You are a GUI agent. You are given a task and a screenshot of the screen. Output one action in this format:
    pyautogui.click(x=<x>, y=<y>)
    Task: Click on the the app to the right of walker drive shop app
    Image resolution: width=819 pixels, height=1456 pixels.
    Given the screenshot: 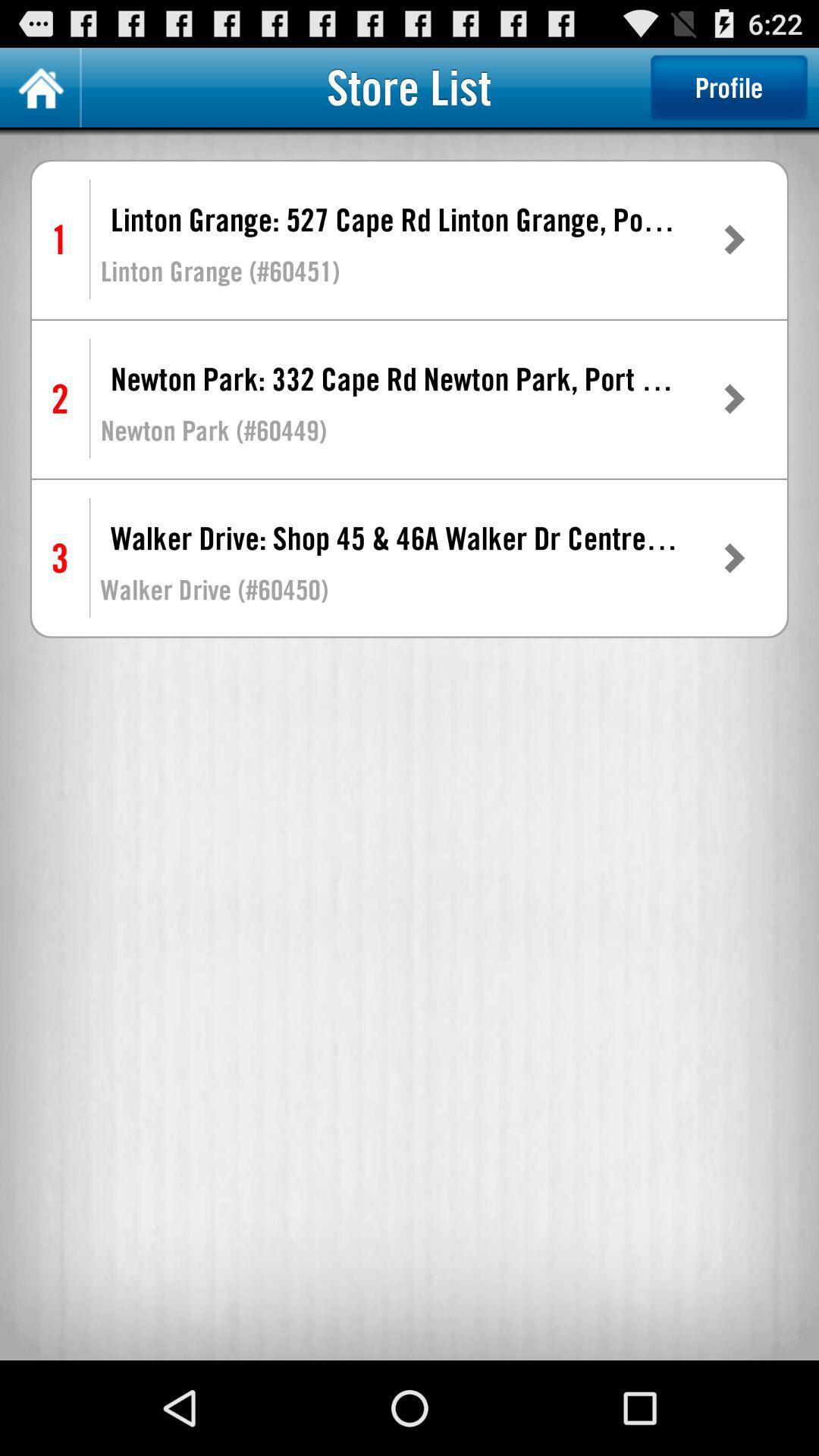 What is the action you would take?
    pyautogui.click(x=733, y=557)
    